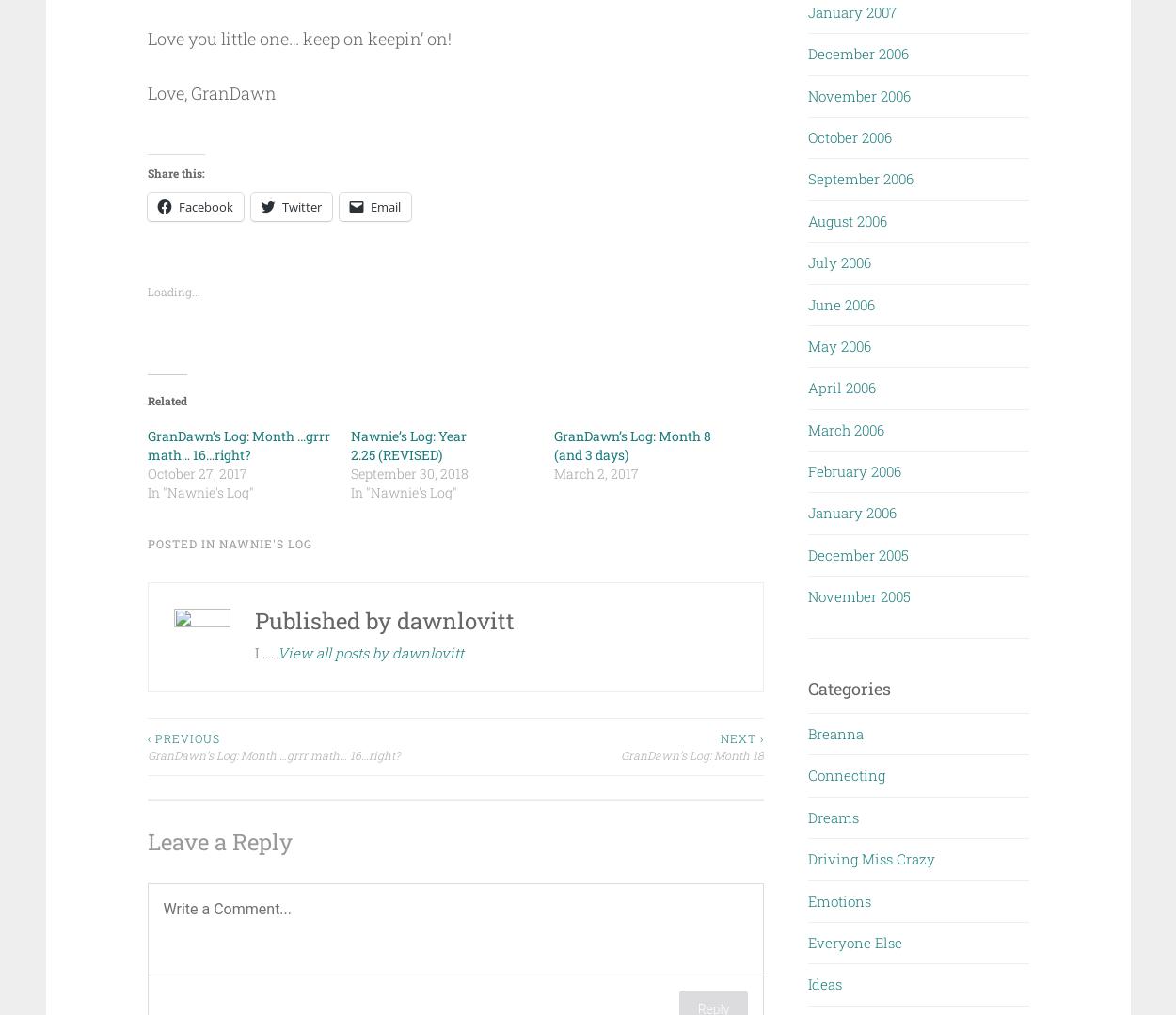 The height and width of the screenshot is (1015, 1176). What do you see at coordinates (839, 262) in the screenshot?
I see `'July 2006'` at bounding box center [839, 262].